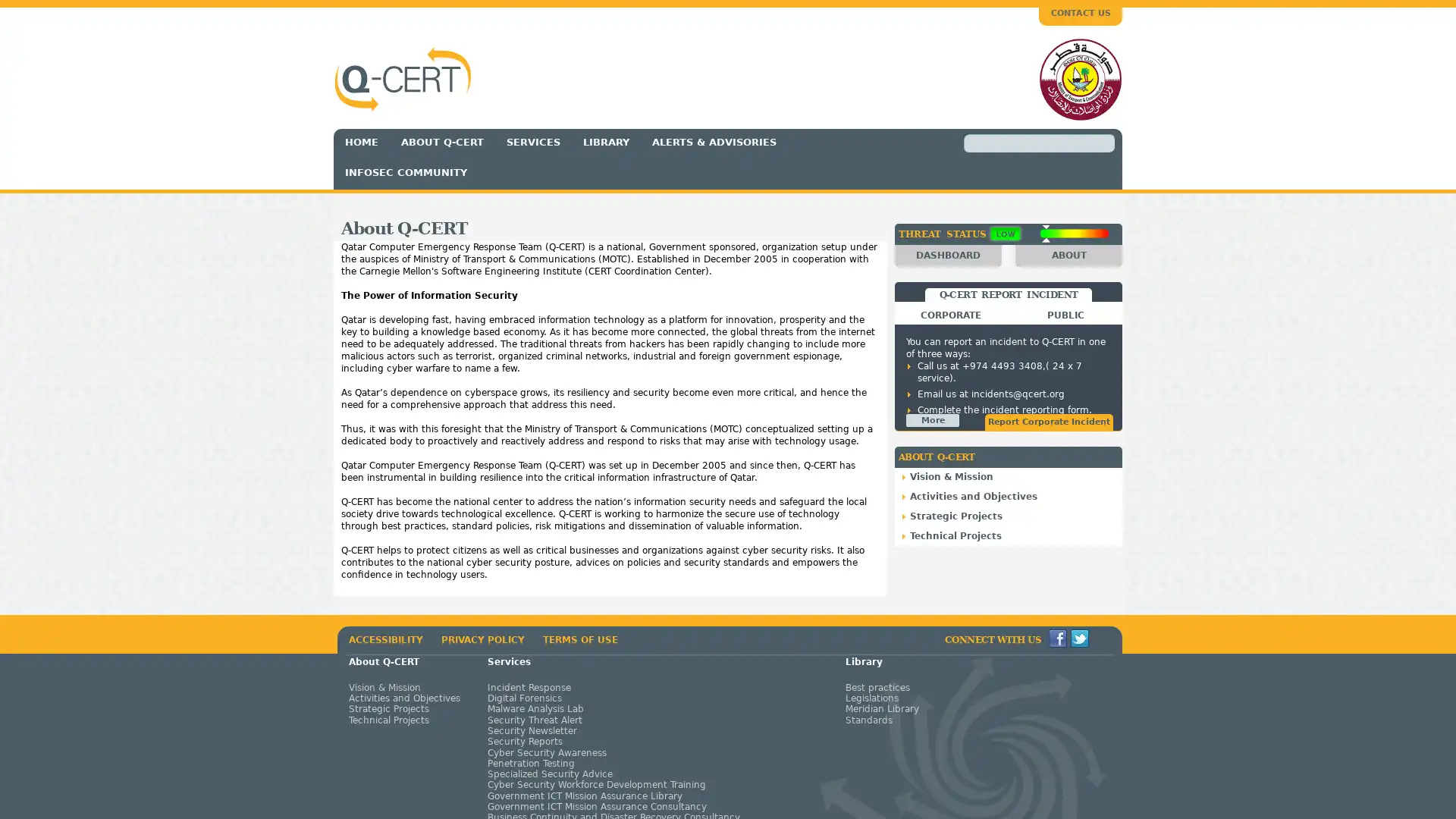 The height and width of the screenshot is (819, 1456). I want to click on Search, so click(983, 143).